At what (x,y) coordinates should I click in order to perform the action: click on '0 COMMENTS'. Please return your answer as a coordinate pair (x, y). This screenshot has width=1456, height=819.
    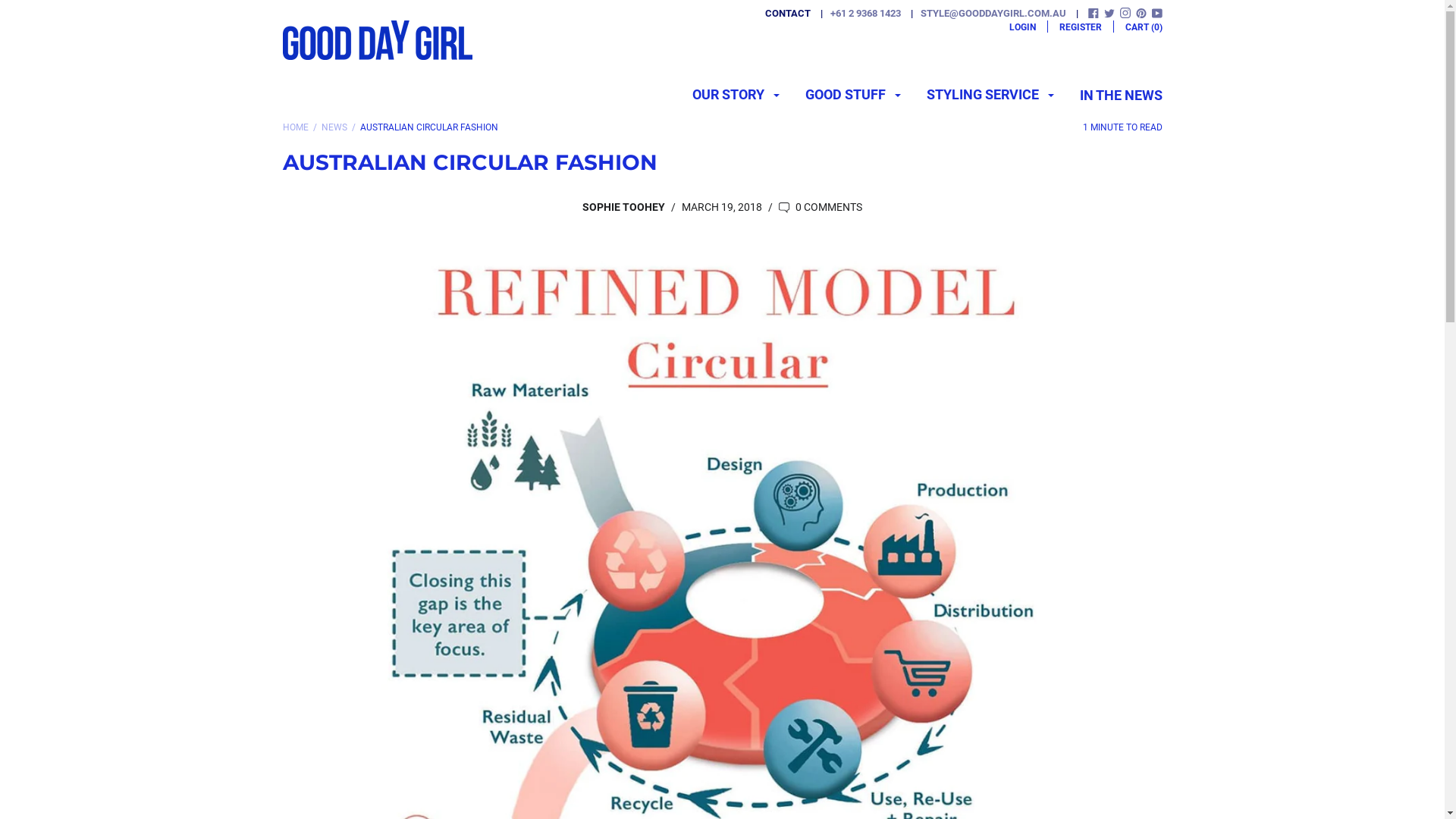
    Looking at the image, I should click on (819, 207).